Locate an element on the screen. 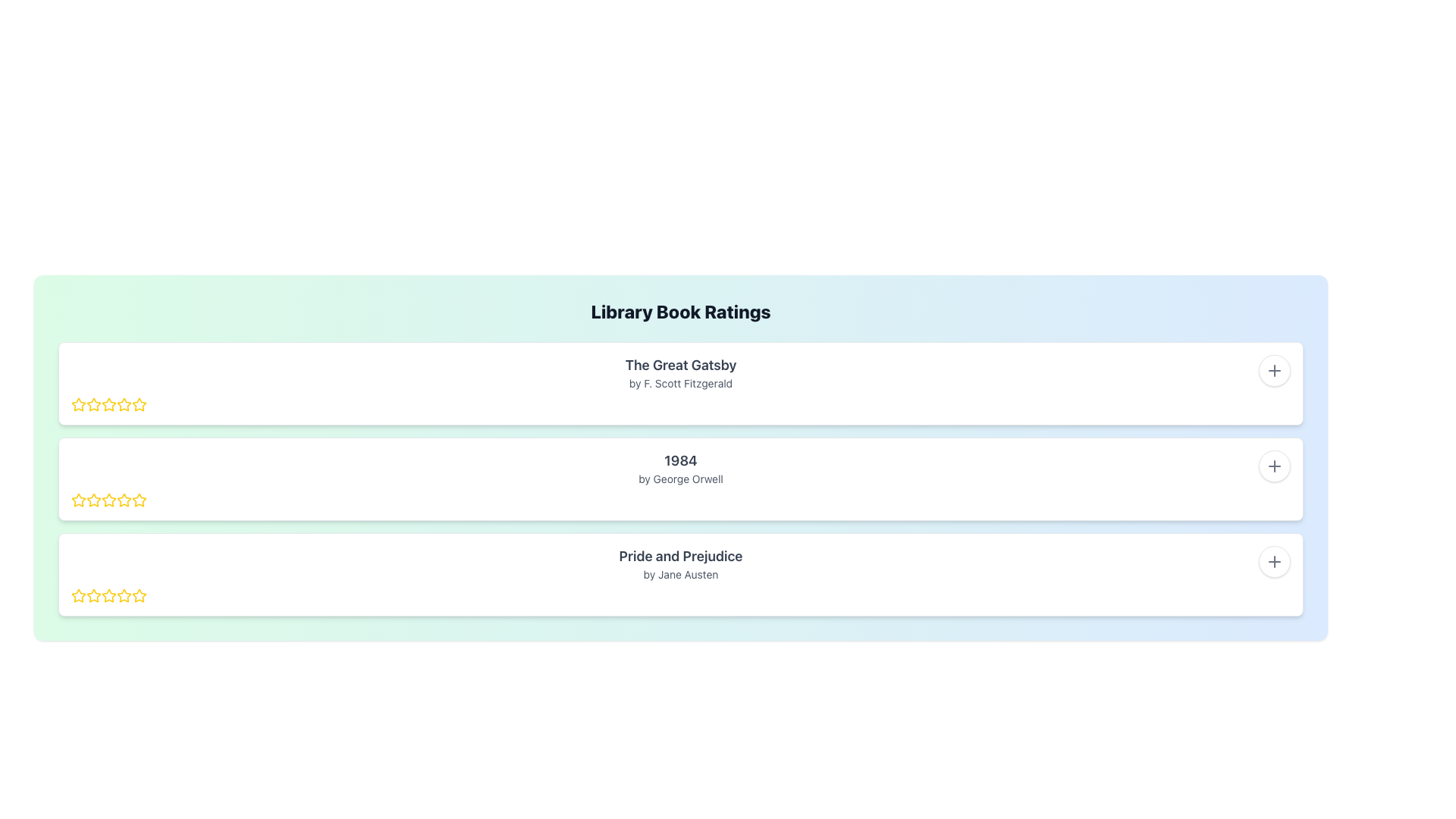 The height and width of the screenshot is (819, 1456). the second Rating Star (SVG Icon) is located at coordinates (139, 403).